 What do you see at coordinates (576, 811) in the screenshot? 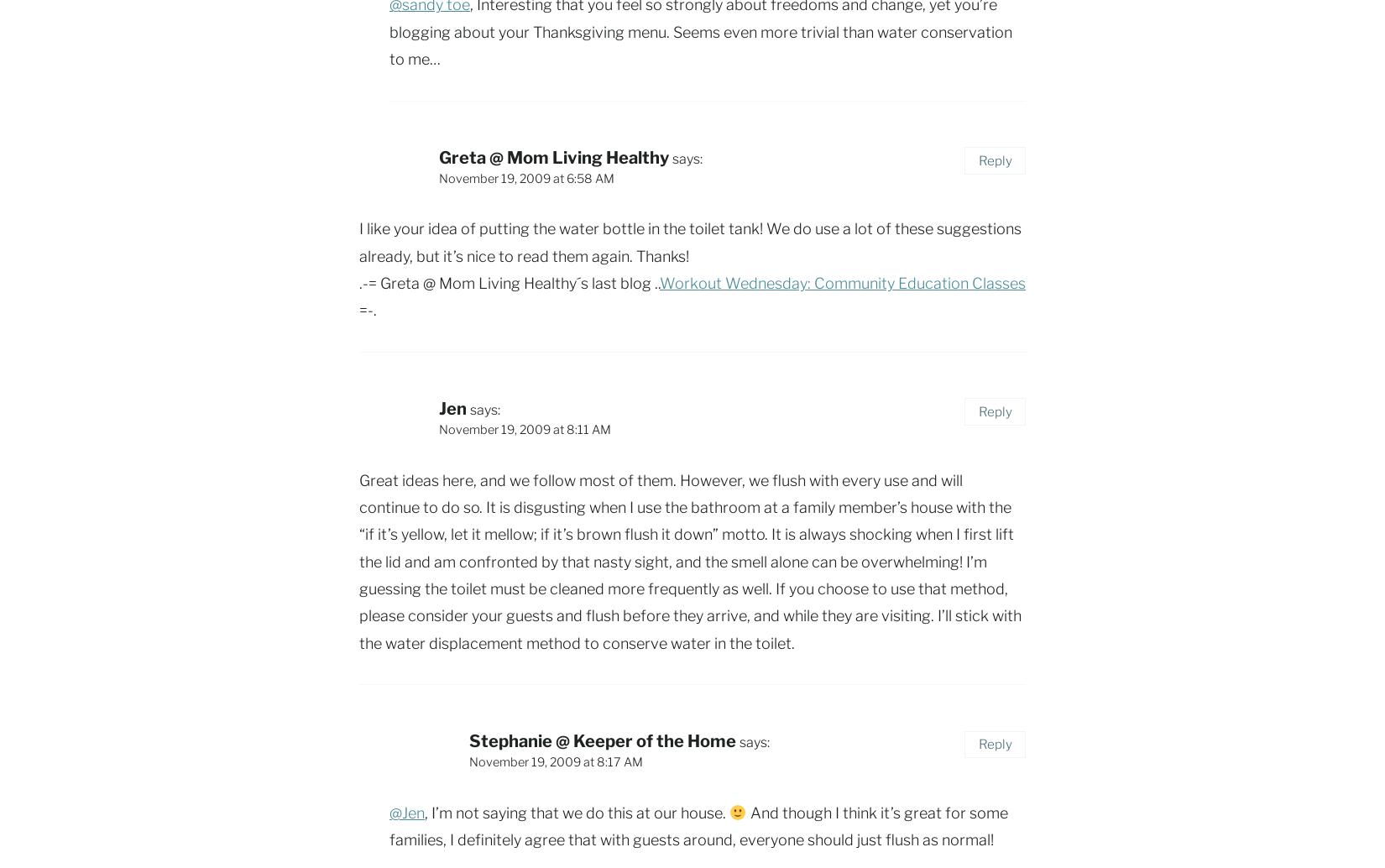
I see `', I’m not saying that we do this at our house.'` at bounding box center [576, 811].